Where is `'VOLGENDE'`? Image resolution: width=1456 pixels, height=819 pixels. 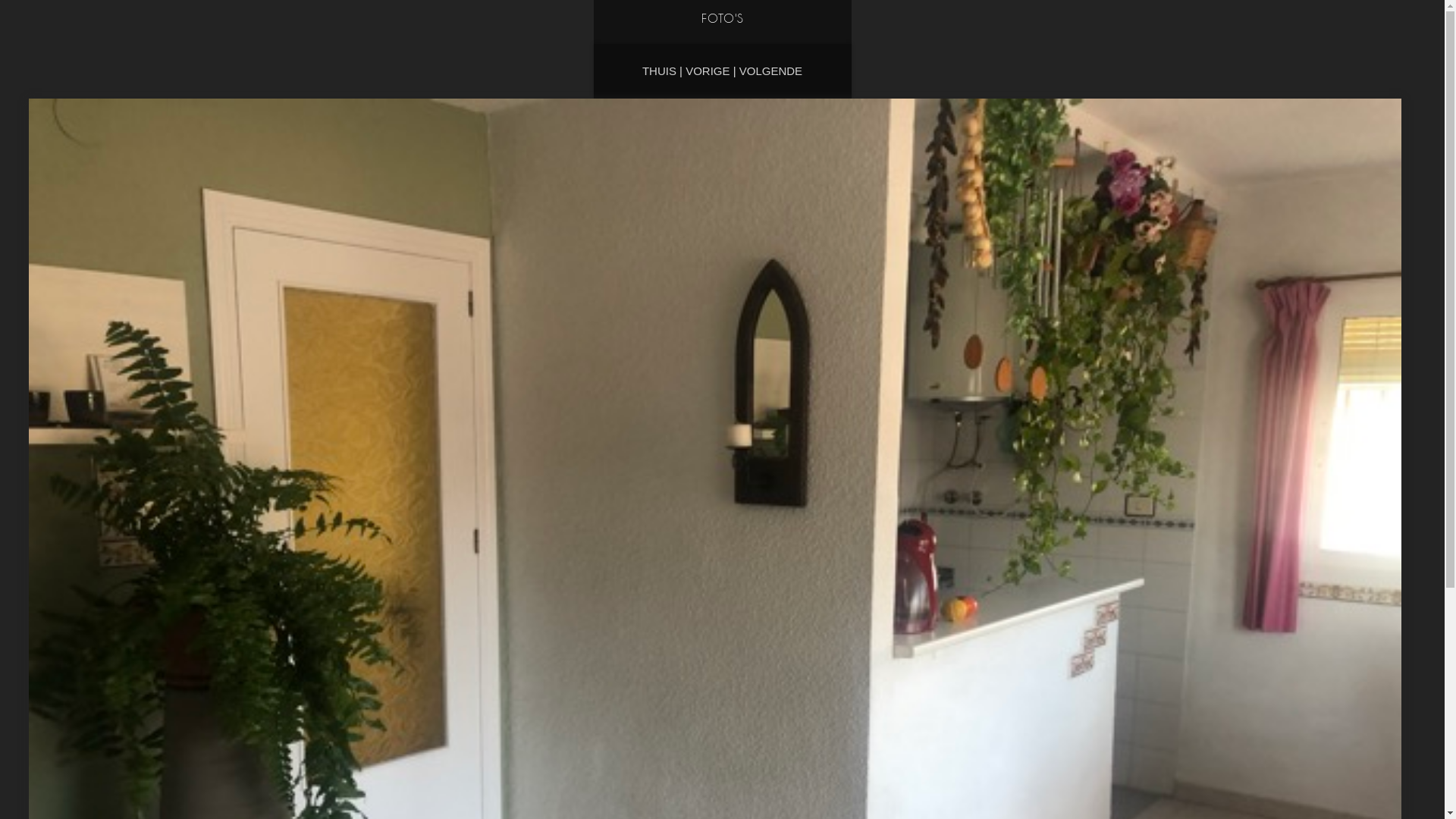
'VOLGENDE' is located at coordinates (739, 71).